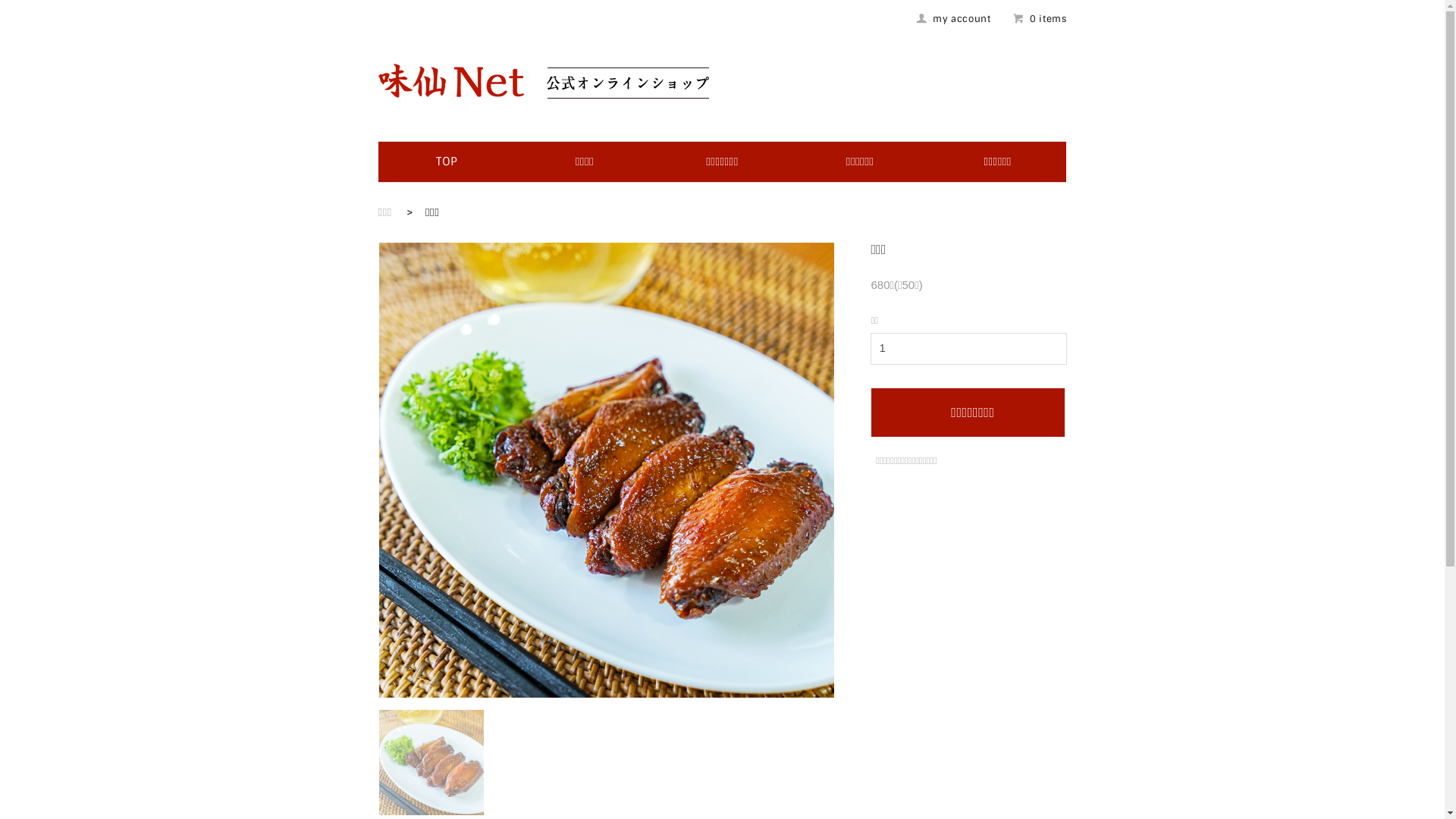  What do you see at coordinates (435, 161) in the screenshot?
I see `'TOP'` at bounding box center [435, 161].